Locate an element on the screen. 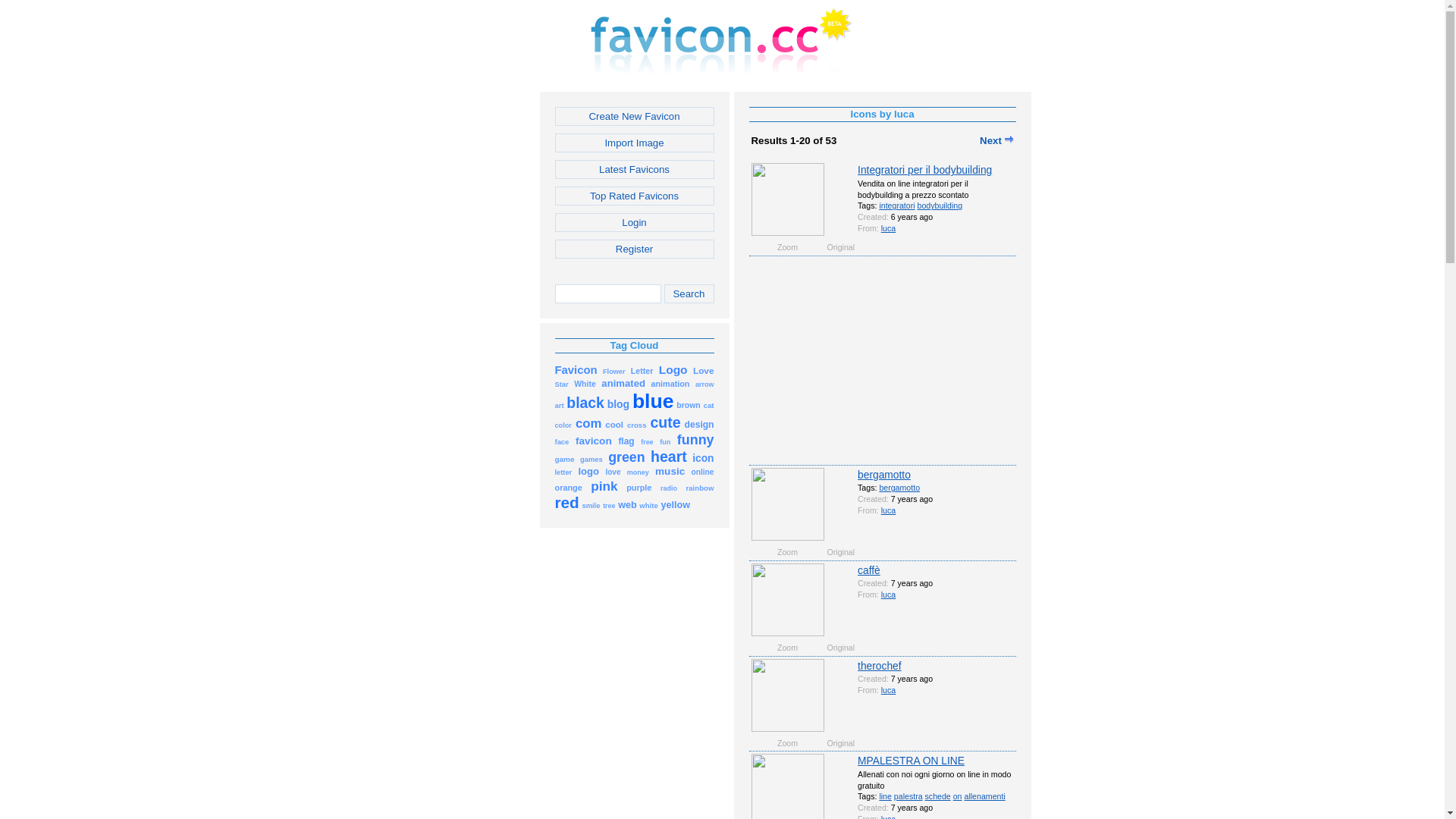 This screenshot has height=819, width=1456. 'rainbow' is located at coordinates (698, 487).